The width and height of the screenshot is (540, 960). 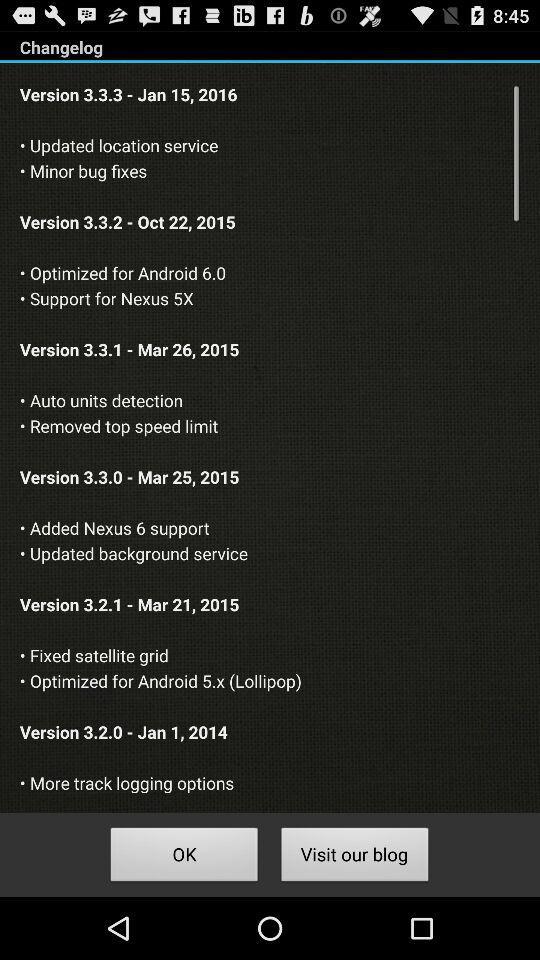 I want to click on app below the version 3 3, so click(x=354, y=856).